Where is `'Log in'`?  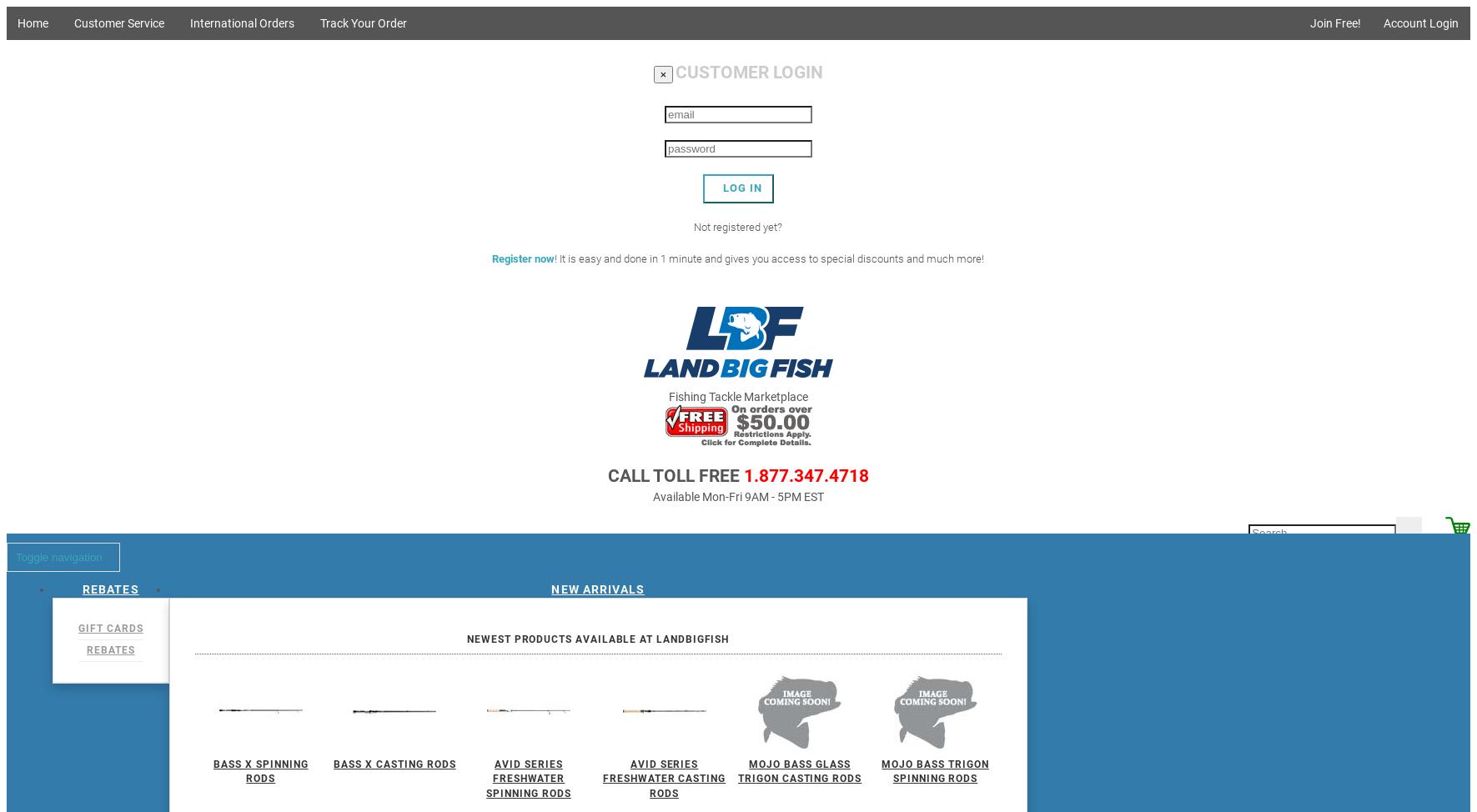 'Log in' is located at coordinates (741, 187).